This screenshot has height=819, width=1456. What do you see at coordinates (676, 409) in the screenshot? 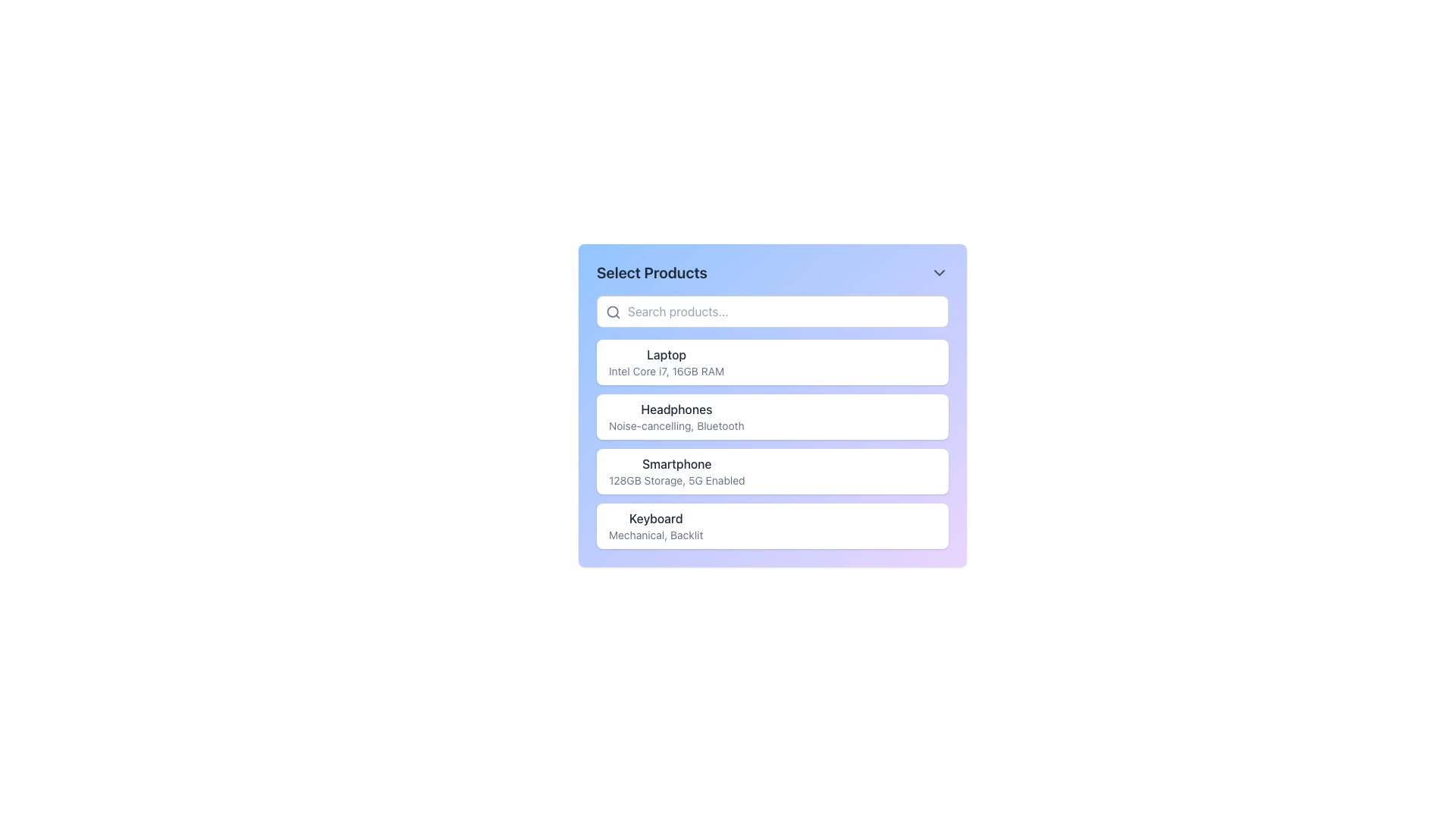
I see `the primary title text for the product category 'Headphones' in the product selection list` at bounding box center [676, 409].